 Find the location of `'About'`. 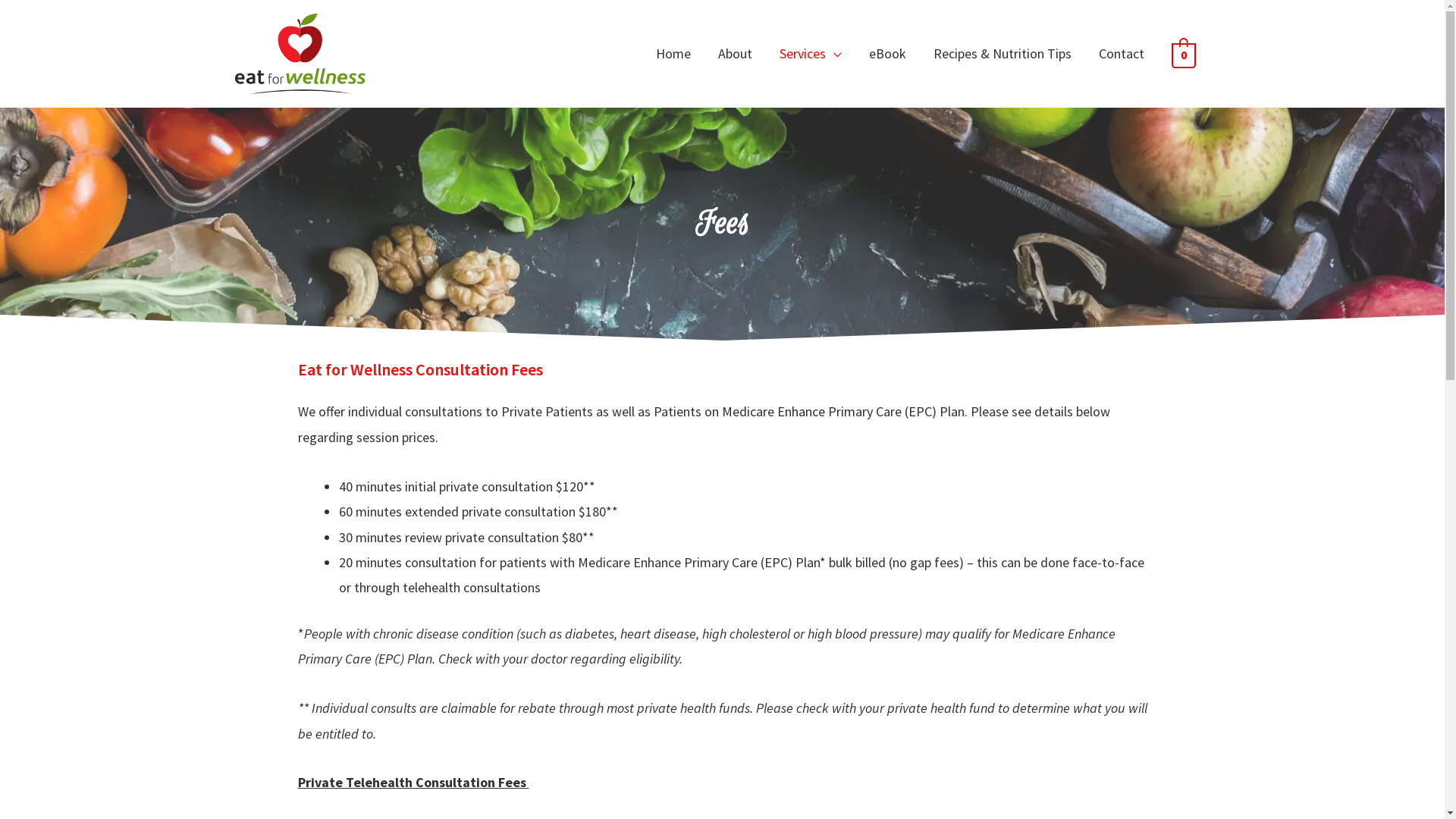

'About' is located at coordinates (734, 52).